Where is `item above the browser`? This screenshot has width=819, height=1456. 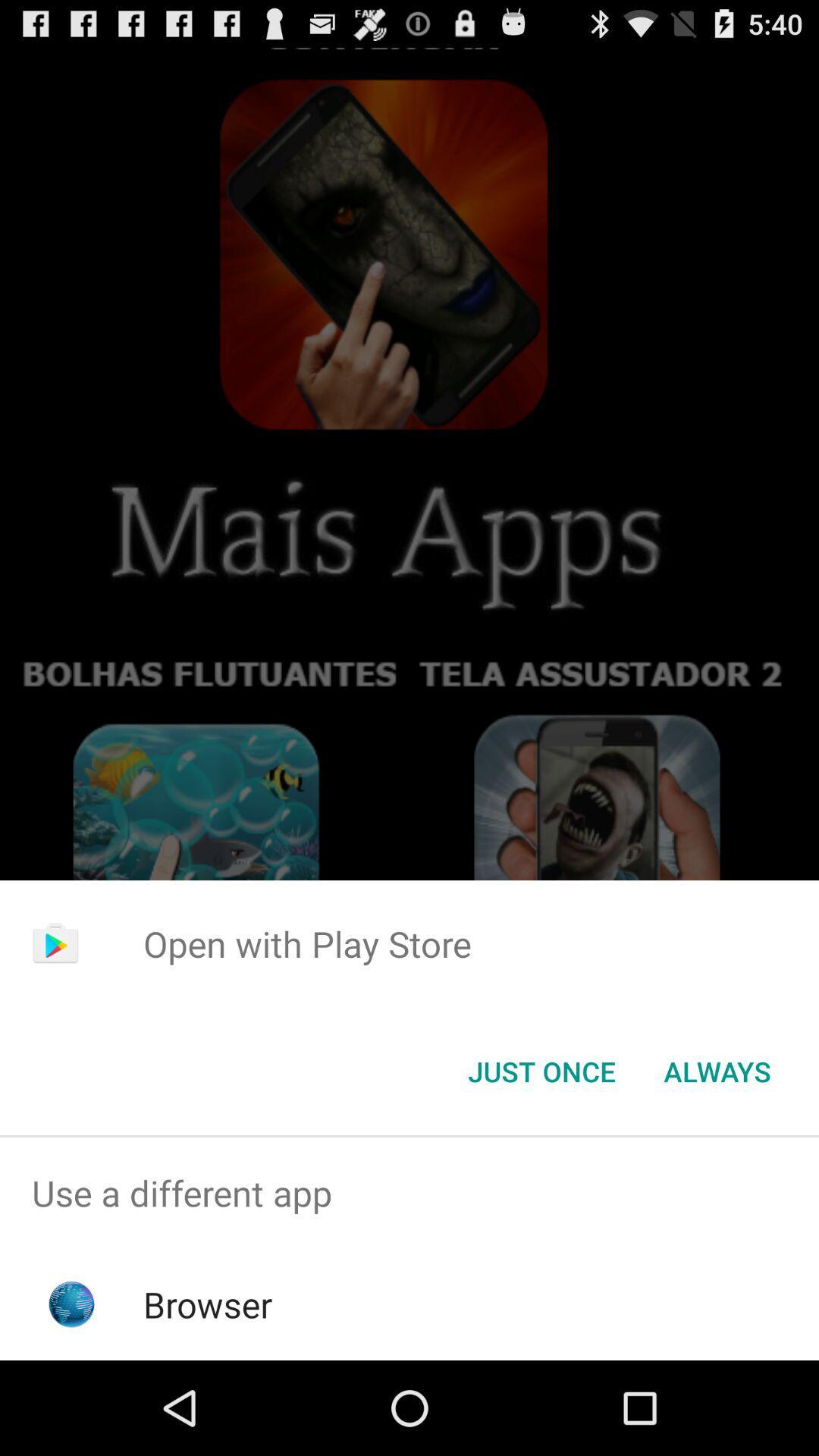
item above the browser is located at coordinates (409, 1192).